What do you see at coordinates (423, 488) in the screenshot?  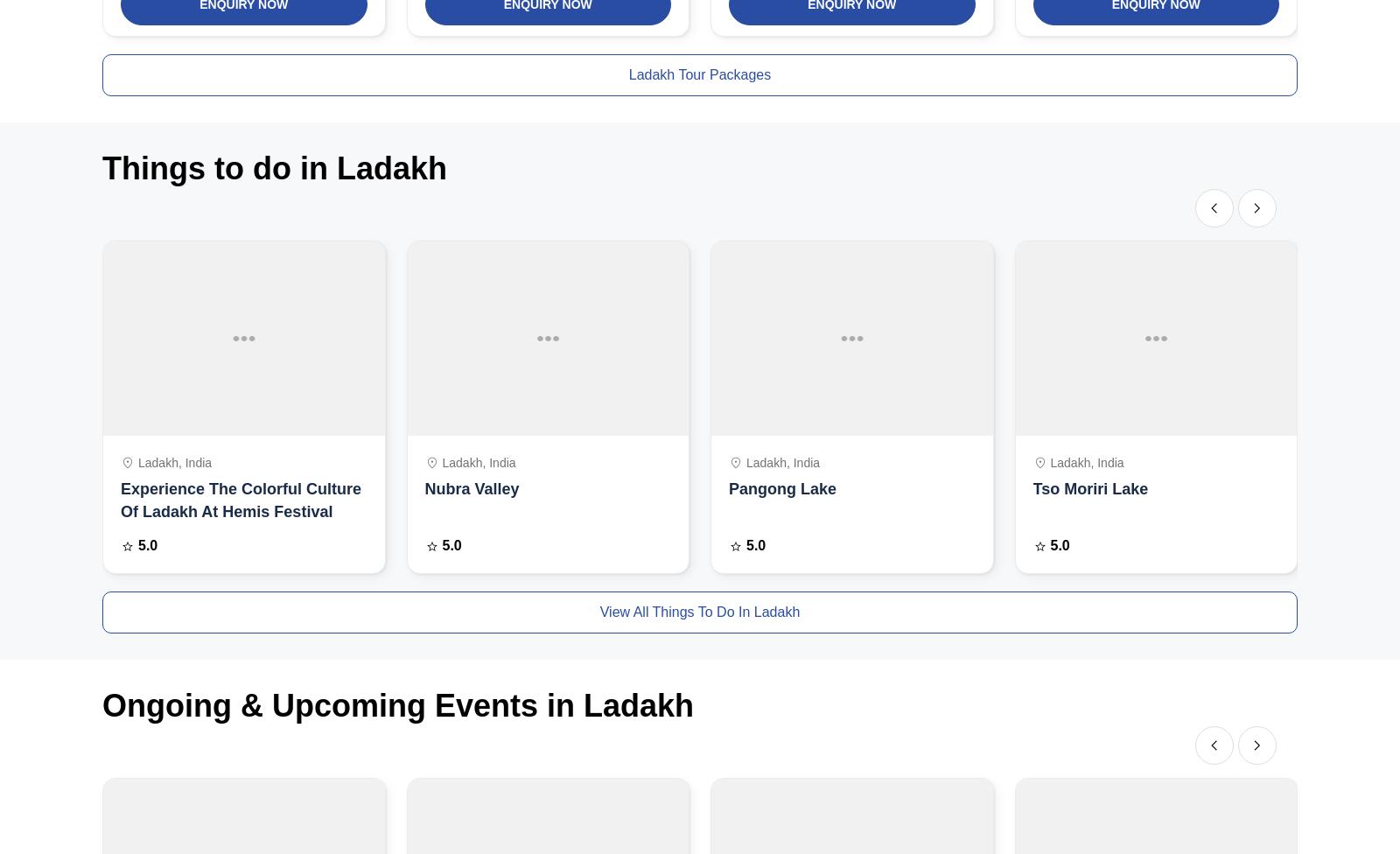 I see `'Nubra Valley'` at bounding box center [423, 488].